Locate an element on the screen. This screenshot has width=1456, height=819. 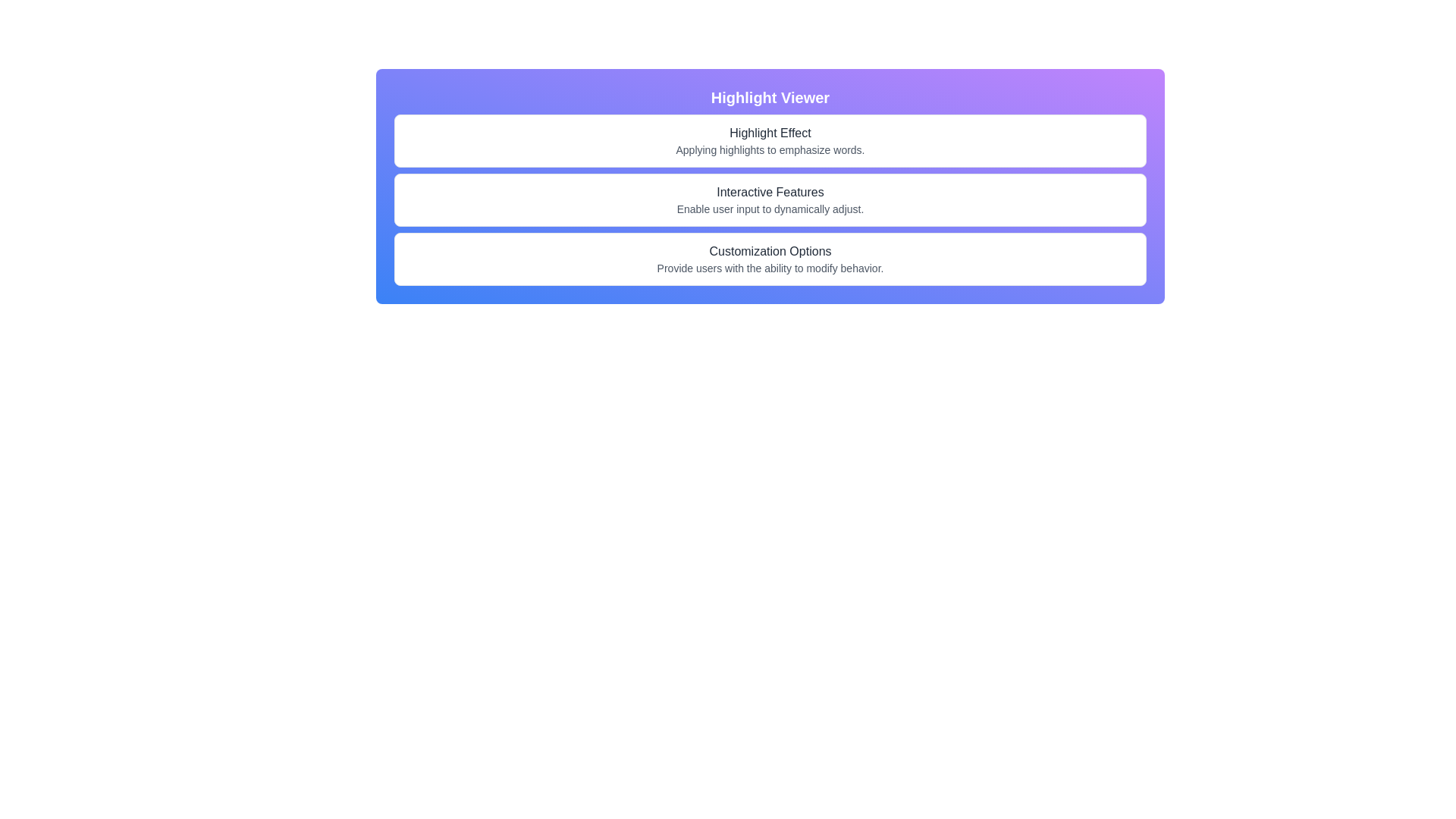
the first character of the text 'Customization Options' is located at coordinates (713, 250).